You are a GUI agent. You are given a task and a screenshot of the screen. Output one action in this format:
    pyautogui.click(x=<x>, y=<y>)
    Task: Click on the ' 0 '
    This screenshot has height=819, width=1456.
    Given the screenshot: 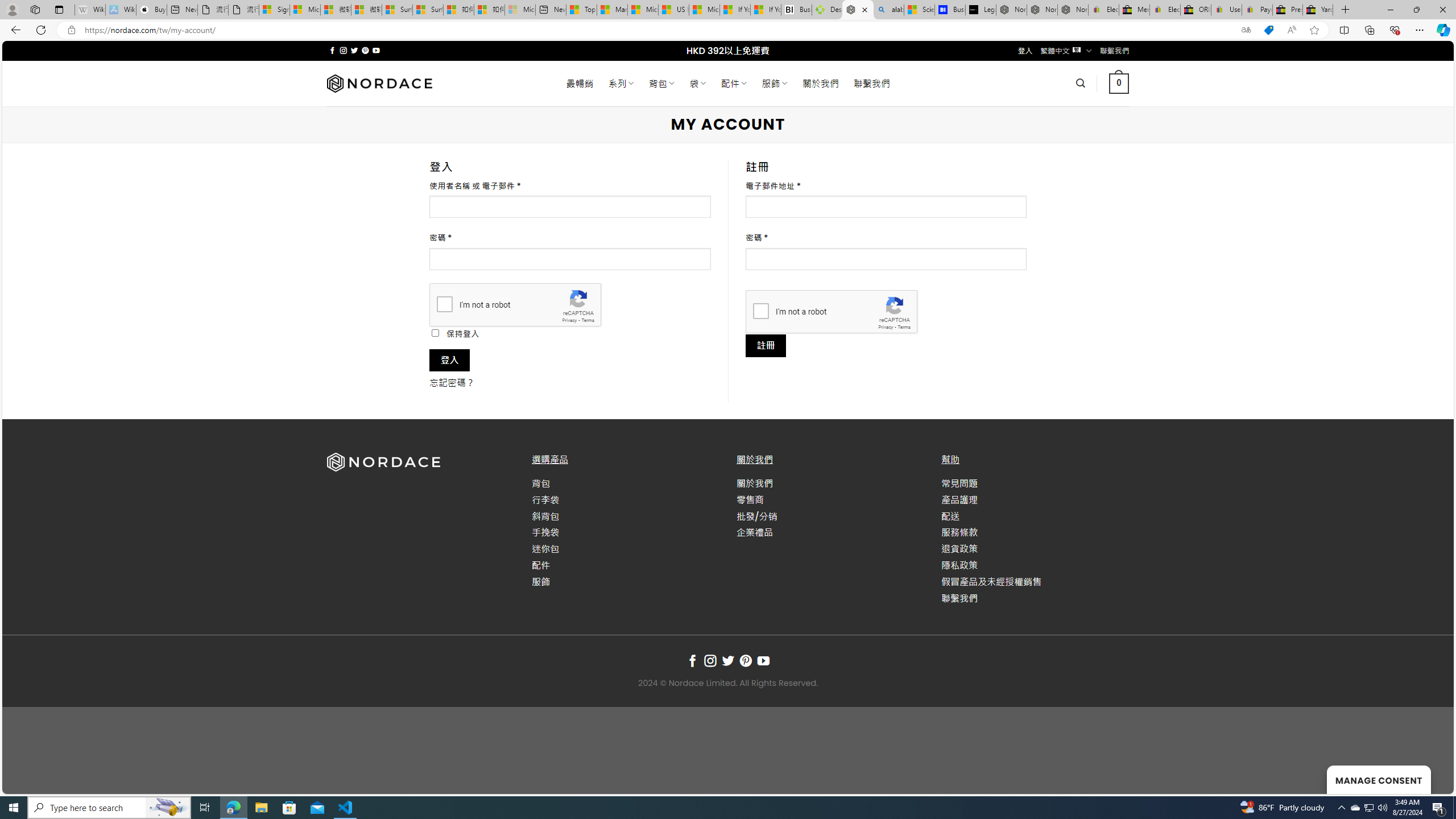 What is the action you would take?
    pyautogui.click(x=1118, y=82)
    